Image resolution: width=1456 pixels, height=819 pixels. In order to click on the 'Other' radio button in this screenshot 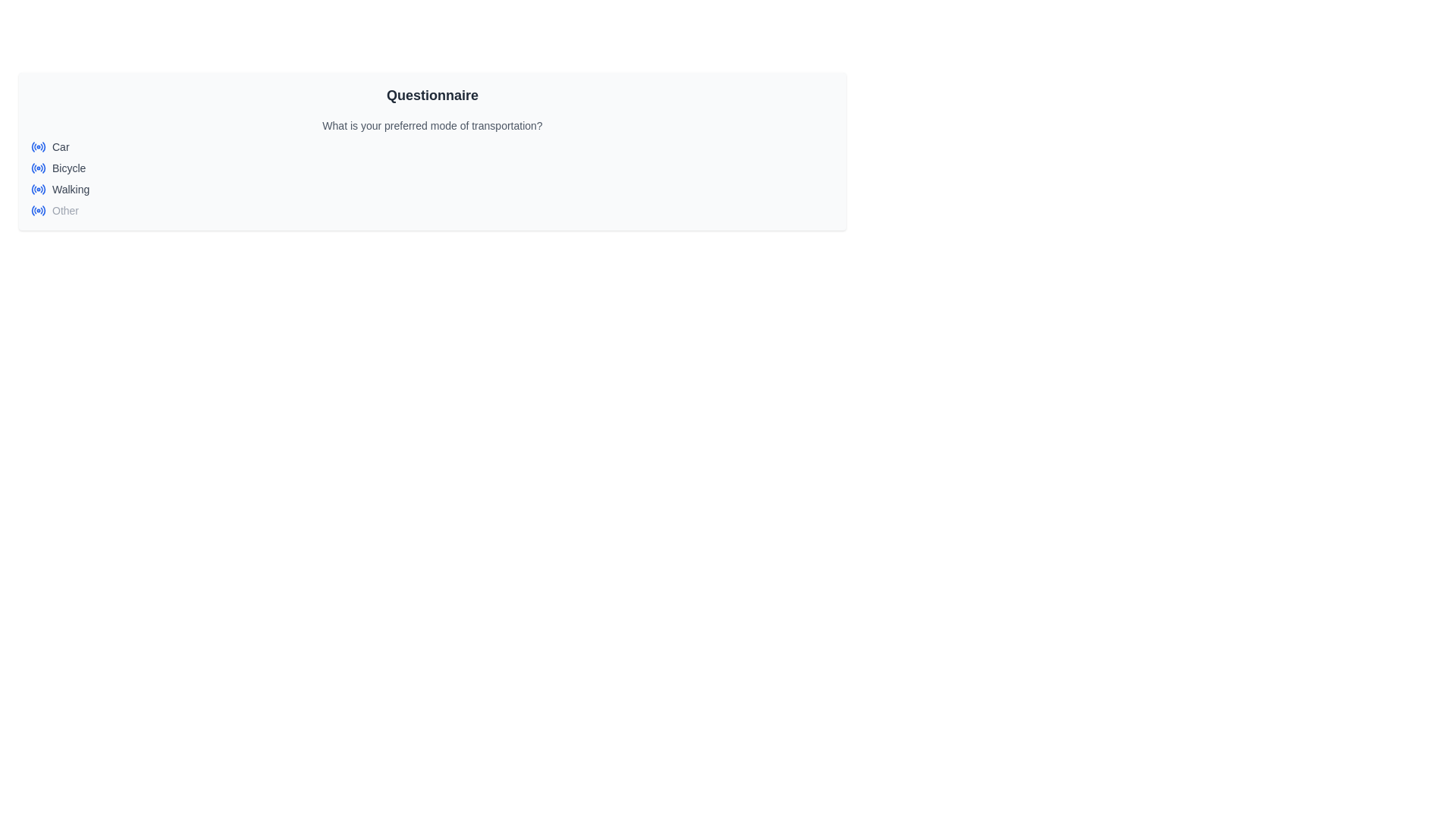, I will do `click(39, 210)`.